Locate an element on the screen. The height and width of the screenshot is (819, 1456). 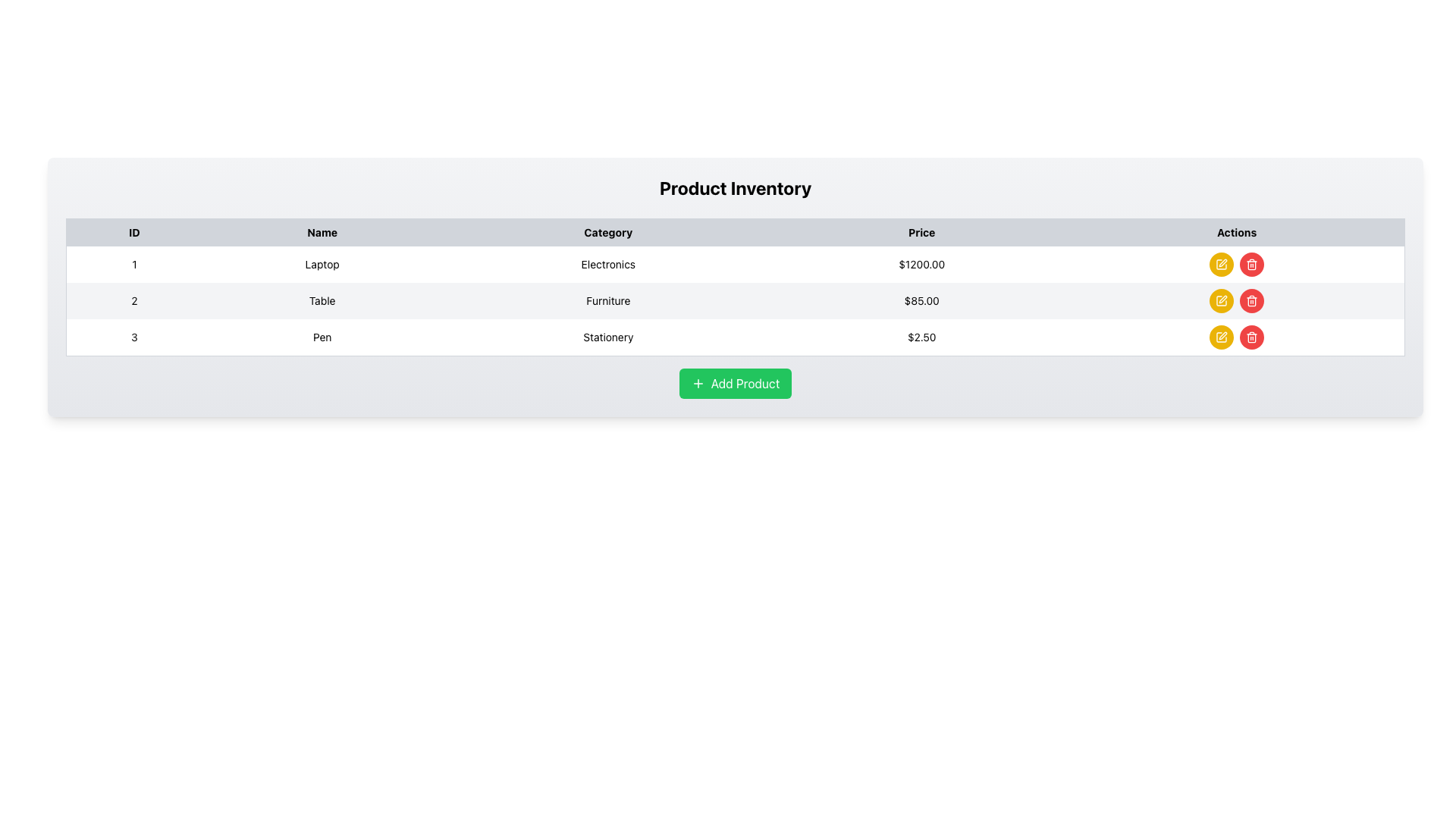
the small circular button with a yellow background and a white pen icon in the 'Actions' column of the second row in the table is located at coordinates (1222, 301).